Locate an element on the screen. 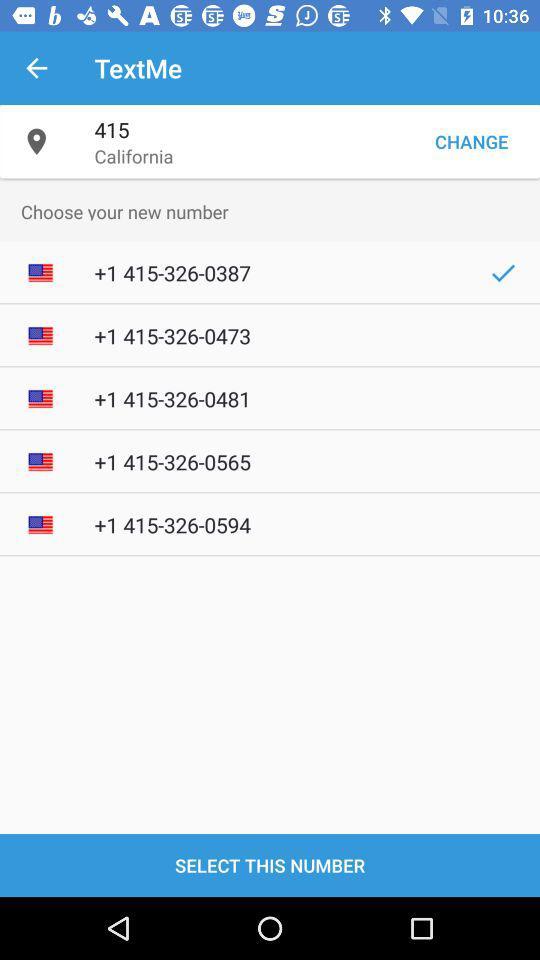 This screenshot has height=960, width=540. icon to the right of california is located at coordinates (471, 140).